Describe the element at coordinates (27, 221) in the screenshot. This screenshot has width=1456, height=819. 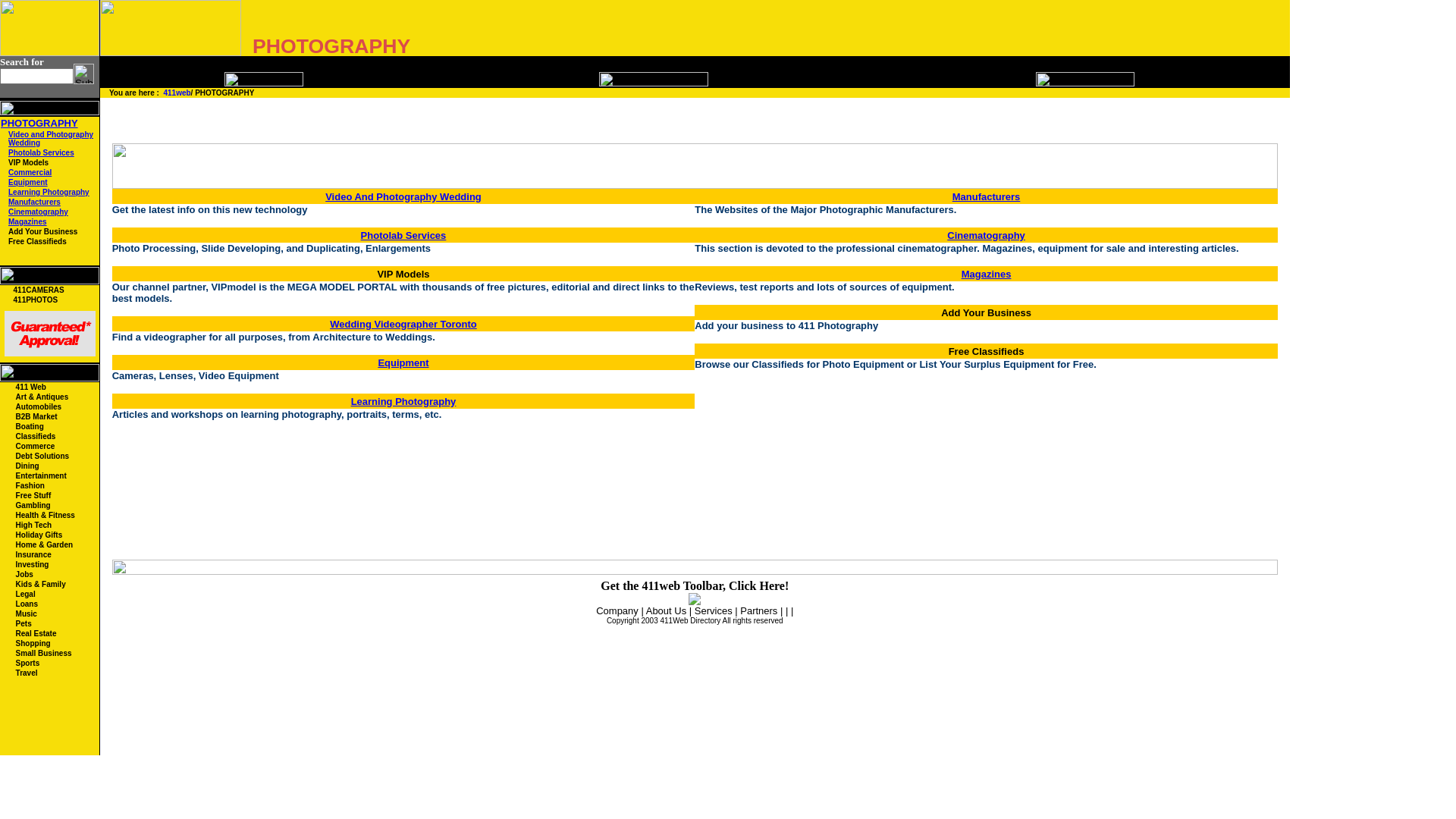
I see `'Magazines'` at that location.